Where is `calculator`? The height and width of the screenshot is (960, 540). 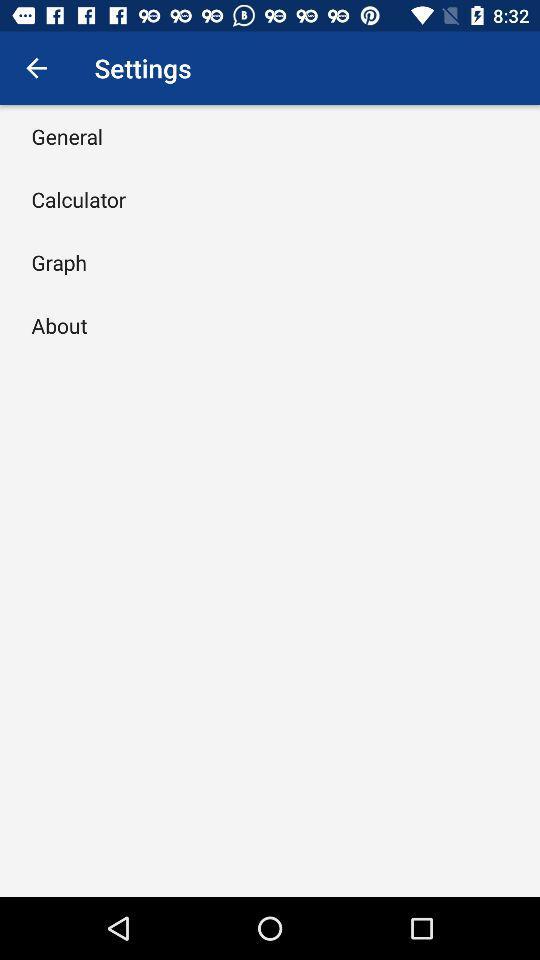 calculator is located at coordinates (77, 199).